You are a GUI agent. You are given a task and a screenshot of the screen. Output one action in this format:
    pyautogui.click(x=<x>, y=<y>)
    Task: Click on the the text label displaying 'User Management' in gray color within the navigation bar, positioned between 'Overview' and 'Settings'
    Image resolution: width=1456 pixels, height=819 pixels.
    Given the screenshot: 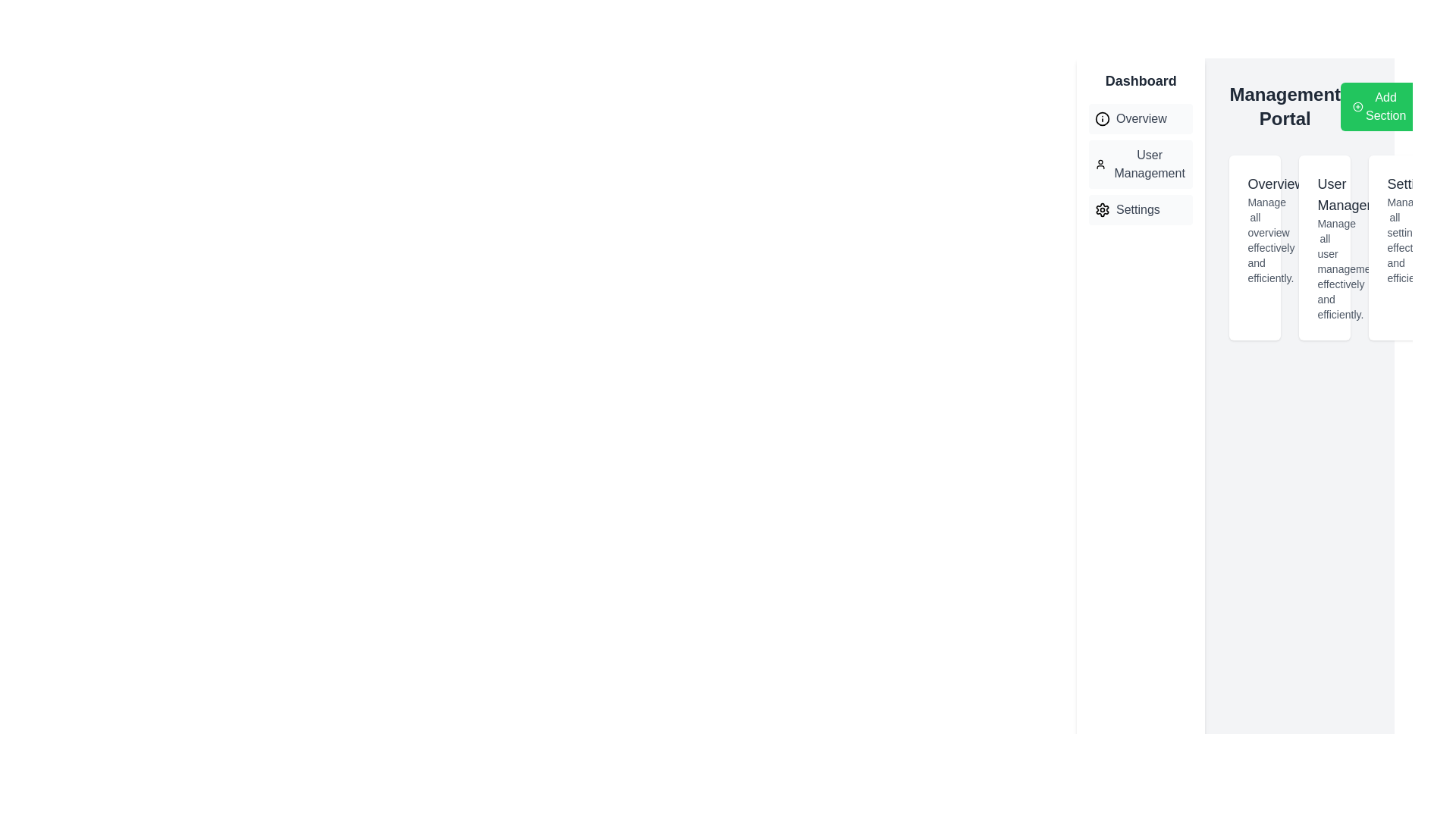 What is the action you would take?
    pyautogui.click(x=1150, y=164)
    